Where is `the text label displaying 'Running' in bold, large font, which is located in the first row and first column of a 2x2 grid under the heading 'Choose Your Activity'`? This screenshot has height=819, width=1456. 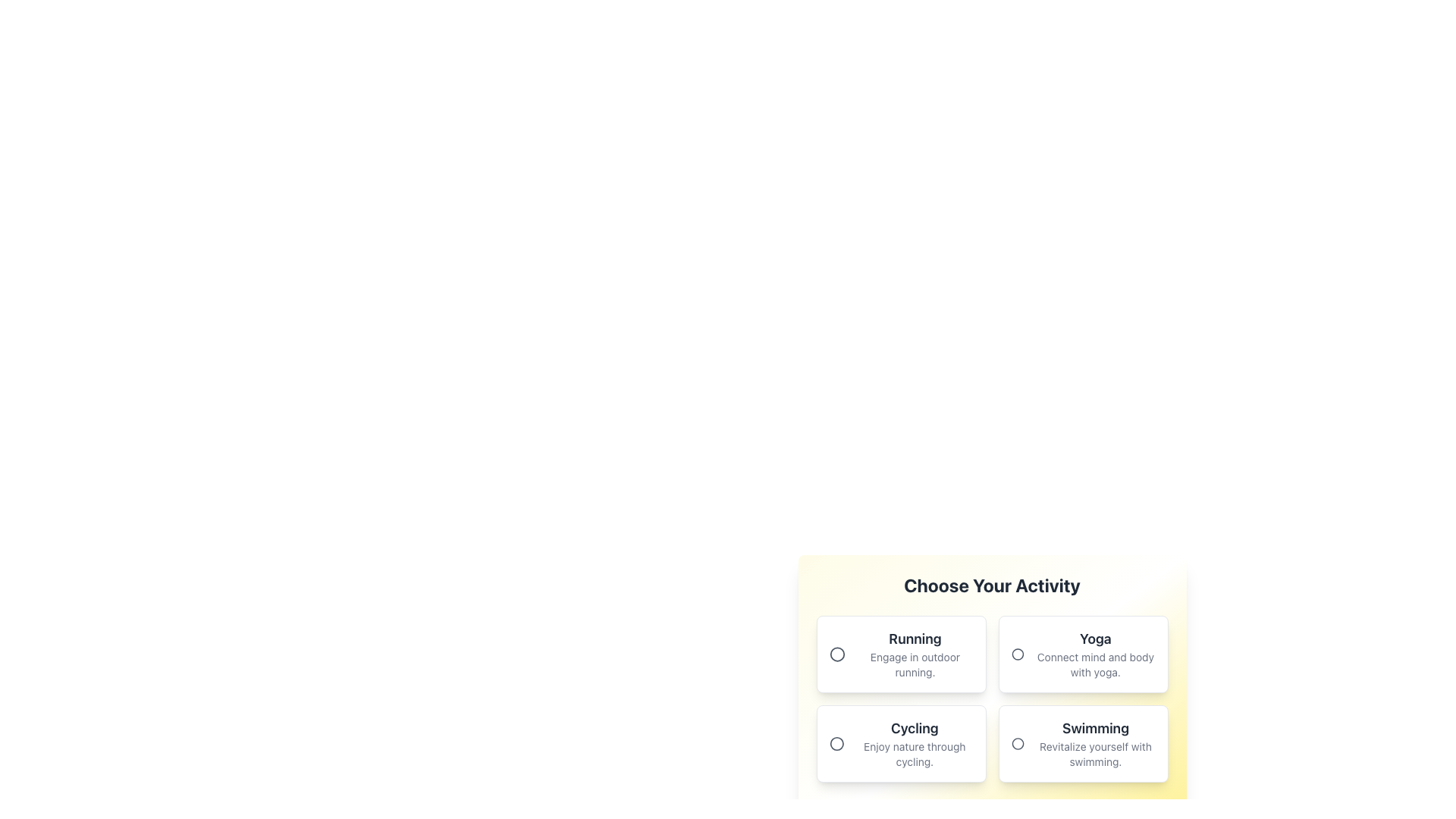 the text label displaying 'Running' in bold, large font, which is located in the first row and first column of a 2x2 grid under the heading 'Choose Your Activity' is located at coordinates (914, 639).